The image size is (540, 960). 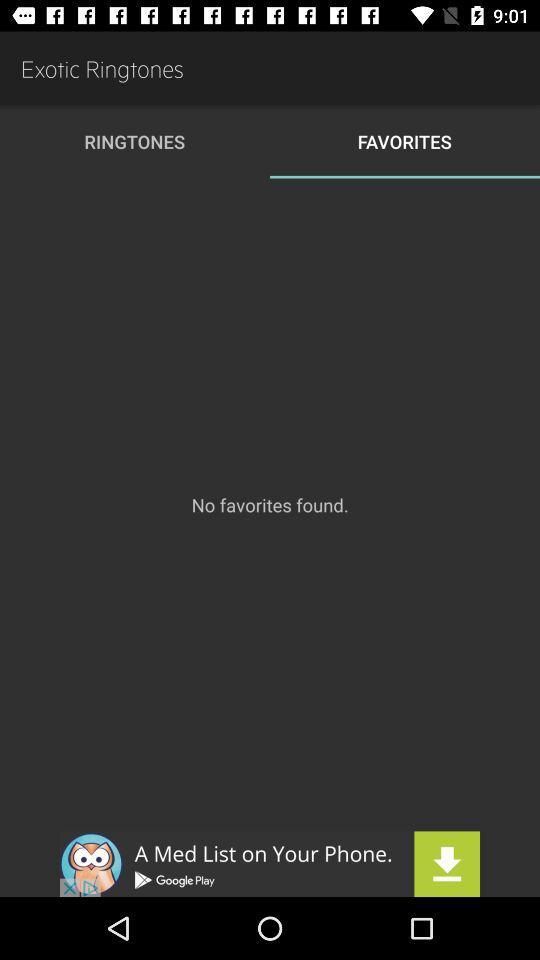 What do you see at coordinates (270, 863) in the screenshot?
I see `for adverisment` at bounding box center [270, 863].